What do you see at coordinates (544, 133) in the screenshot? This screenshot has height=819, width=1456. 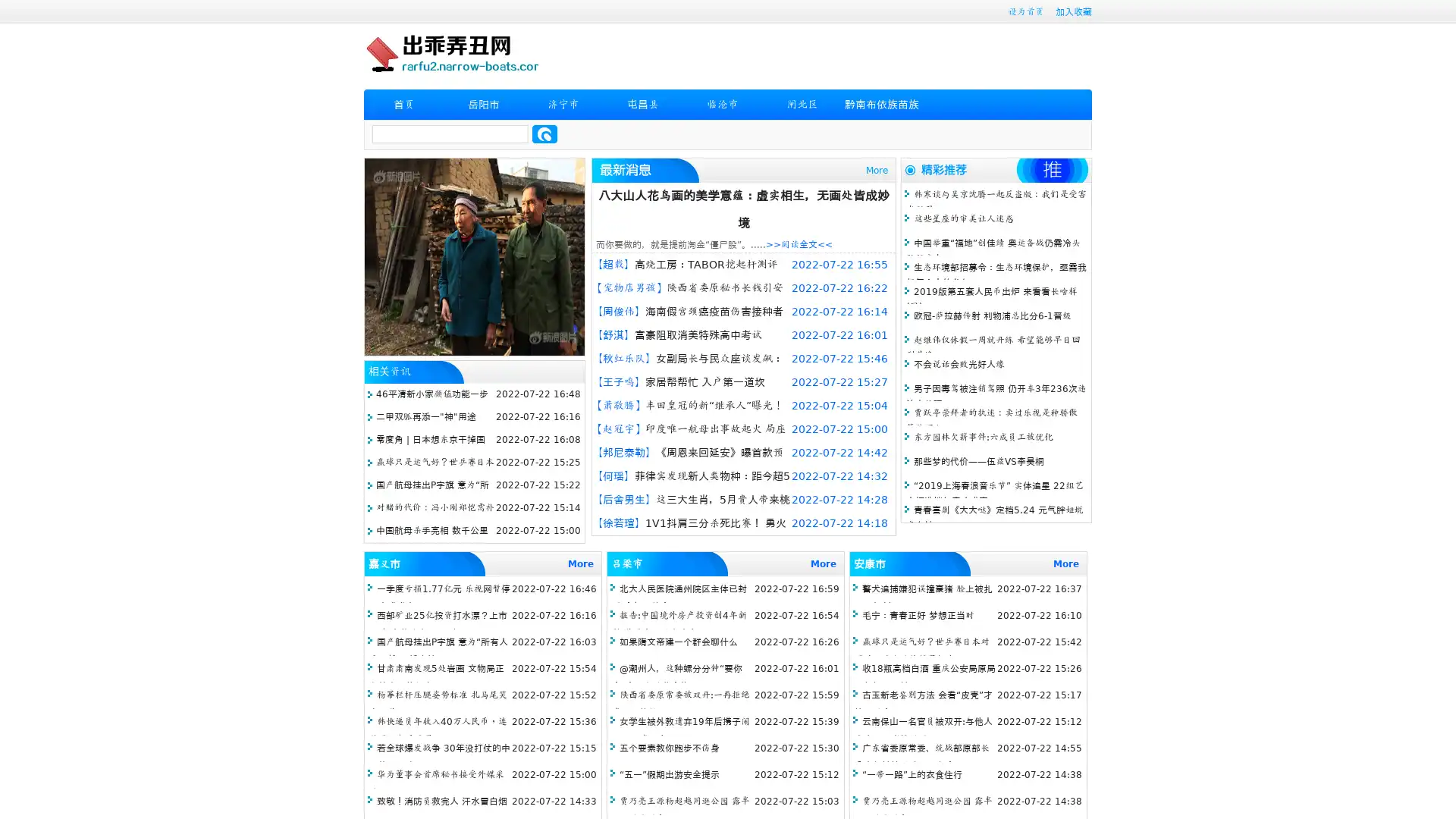 I see `Search` at bounding box center [544, 133].